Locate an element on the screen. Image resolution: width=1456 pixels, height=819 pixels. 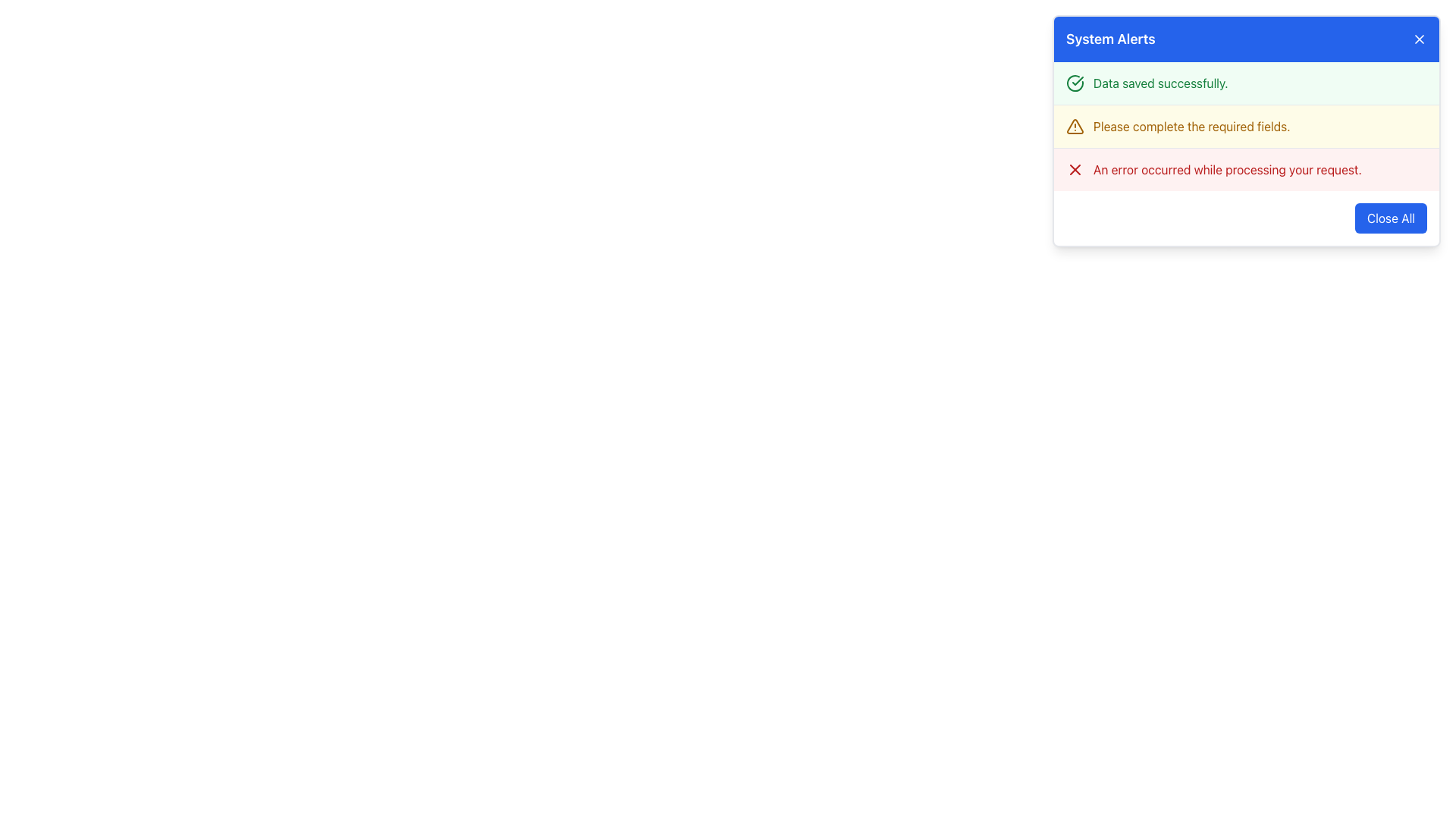
the close button located in the top-right corner of the 'System Alerts' bar of the notification box is located at coordinates (1419, 38).